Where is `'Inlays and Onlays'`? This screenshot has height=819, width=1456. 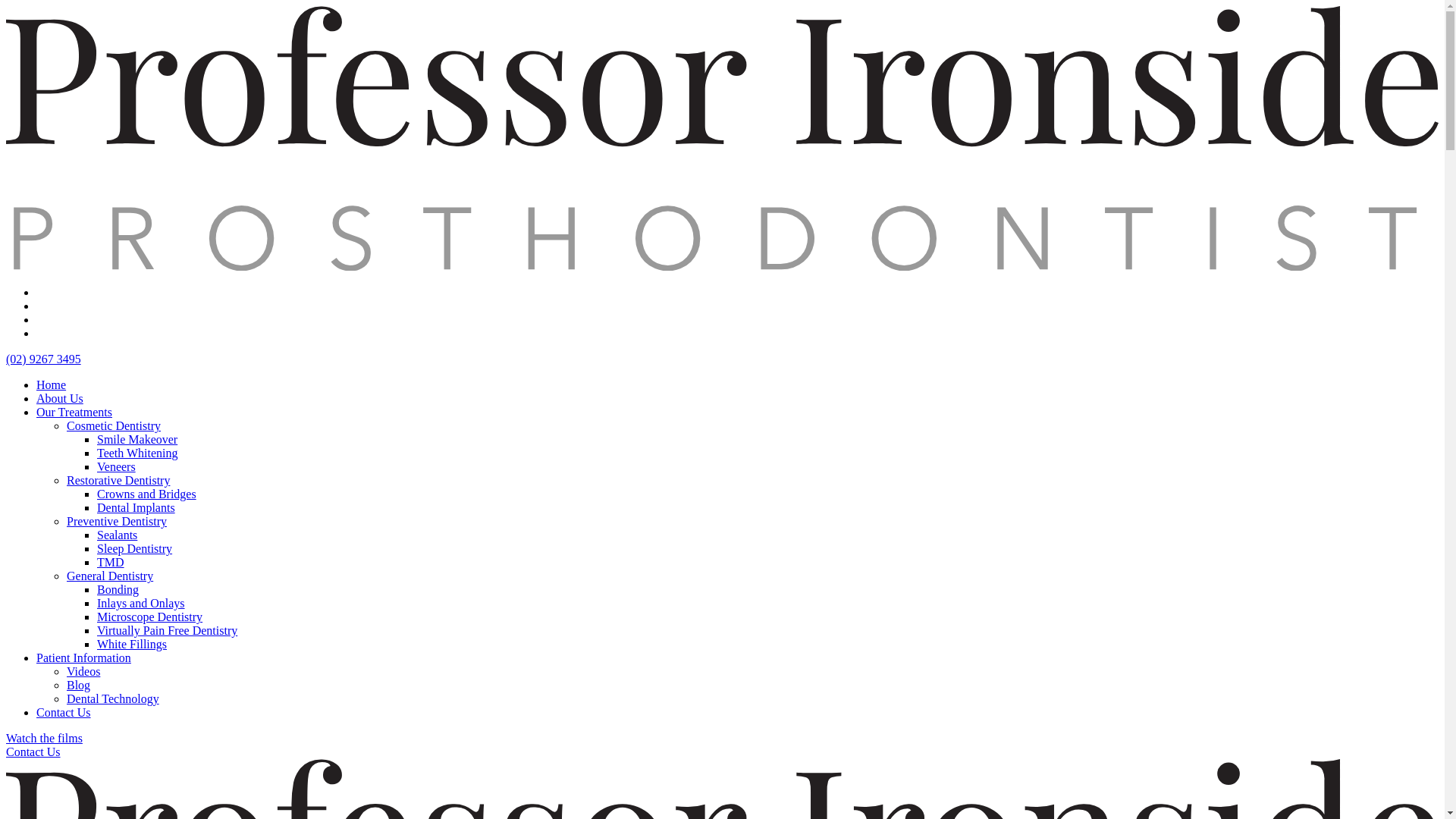 'Inlays and Onlays' is located at coordinates (141, 602).